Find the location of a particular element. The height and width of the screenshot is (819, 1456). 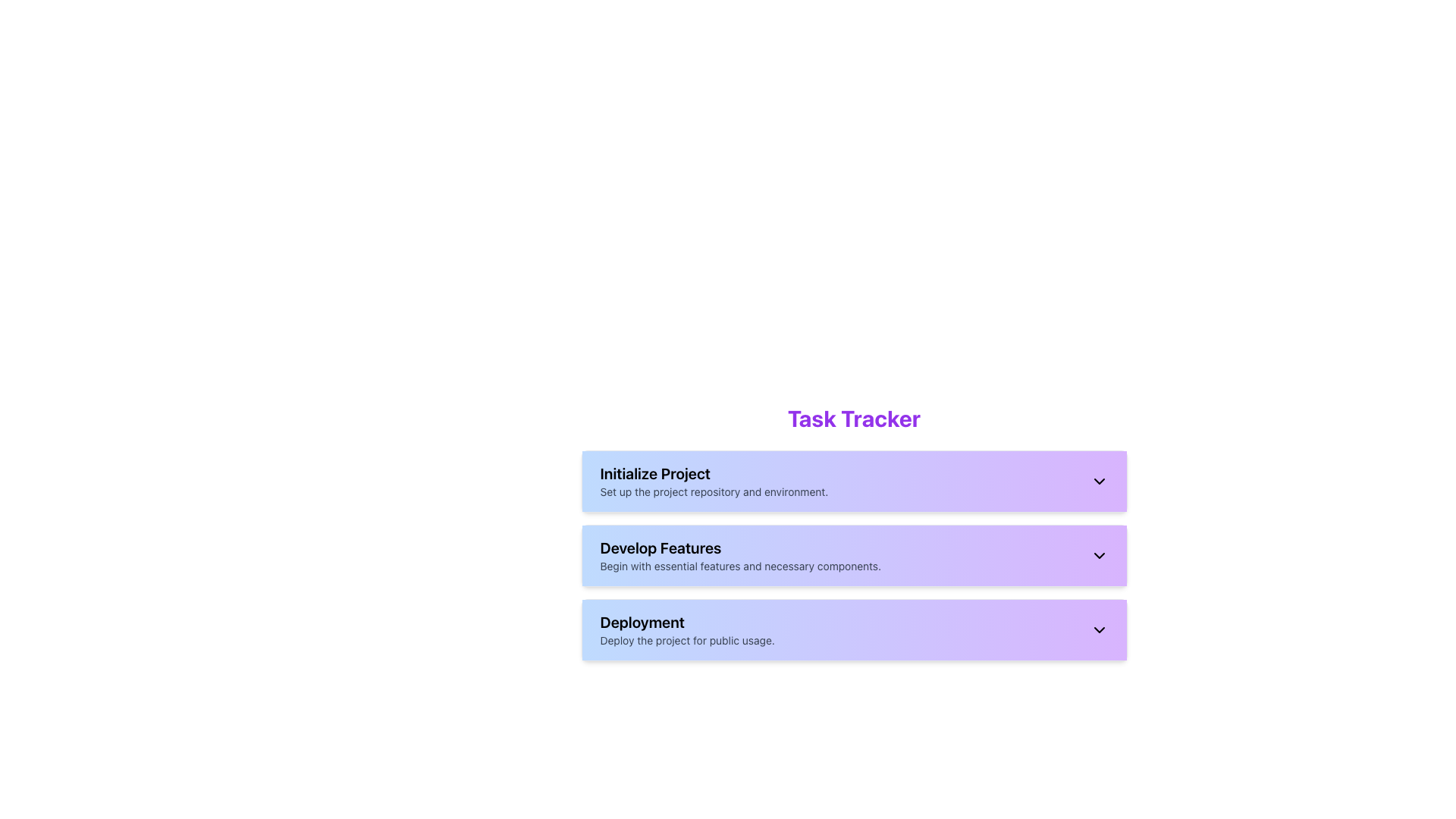

the Text Display that provides information about the 'Develop Features' step in the process, located between the 'Initialize Project' and 'Deployment' cards is located at coordinates (740, 555).